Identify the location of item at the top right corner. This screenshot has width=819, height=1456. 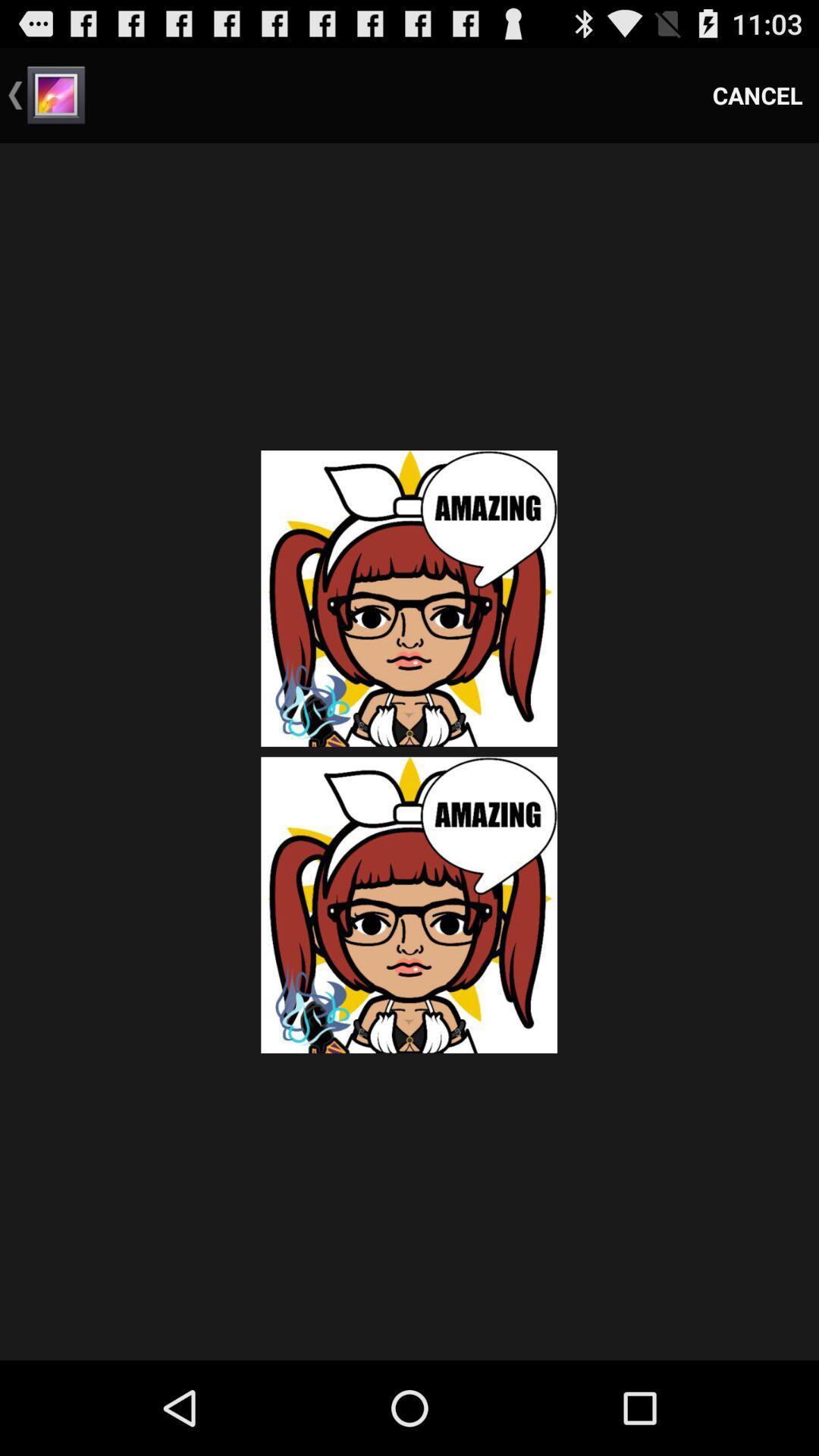
(758, 94).